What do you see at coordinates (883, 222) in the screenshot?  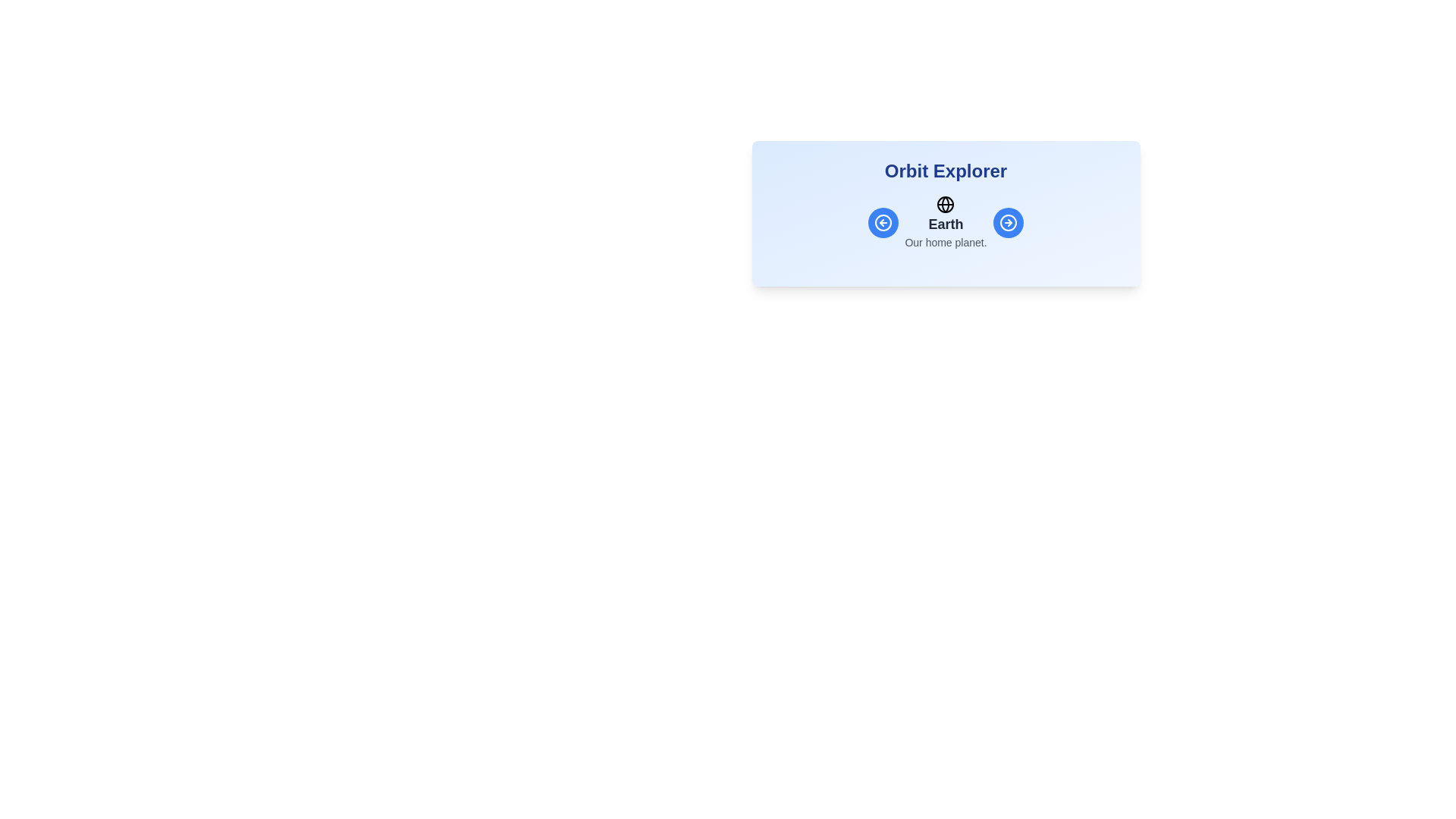 I see `the navigation button located to the left of the Earth description section` at bounding box center [883, 222].